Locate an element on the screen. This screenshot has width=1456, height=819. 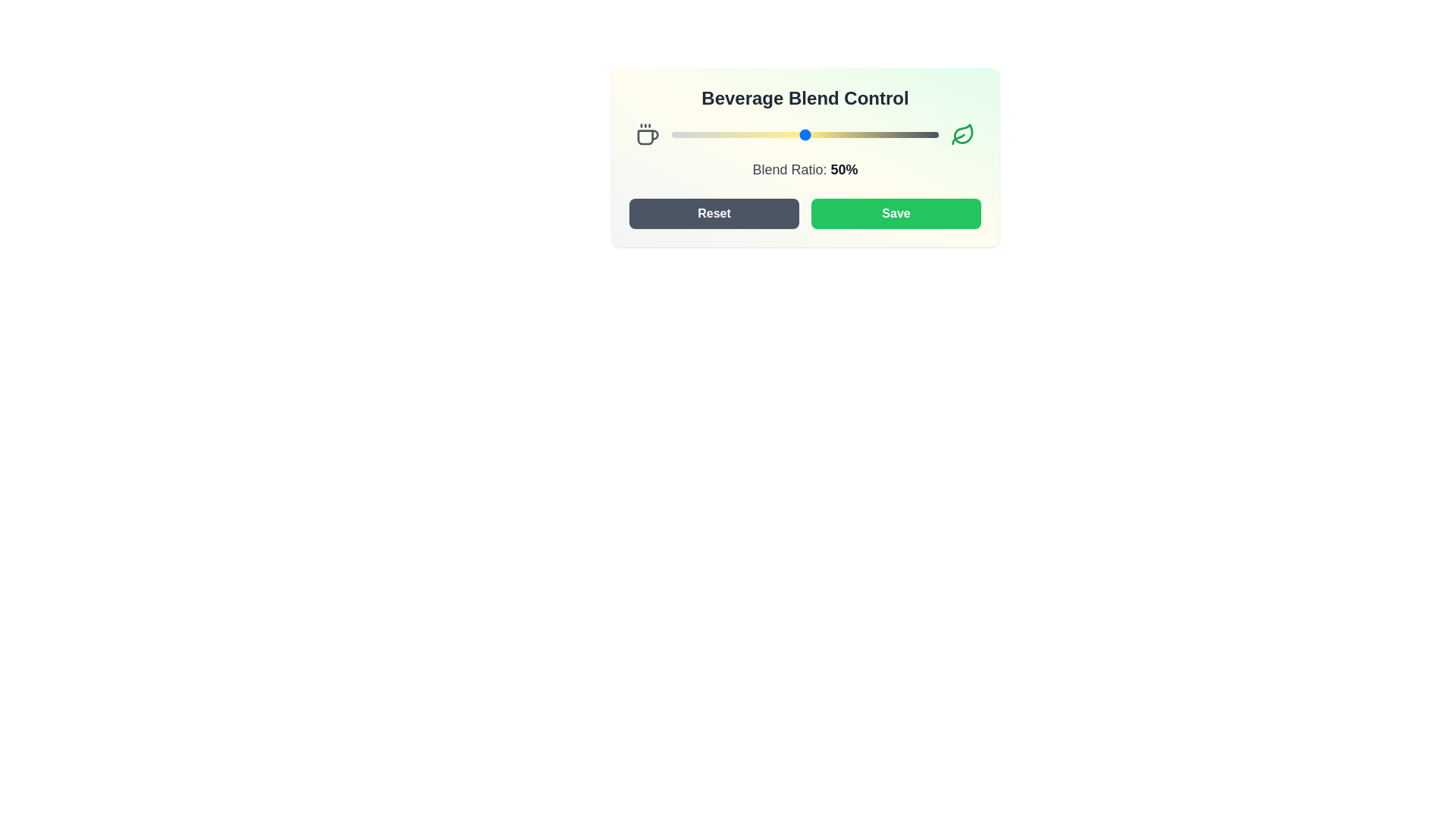
the blend ratio to 0% is located at coordinates (671, 133).